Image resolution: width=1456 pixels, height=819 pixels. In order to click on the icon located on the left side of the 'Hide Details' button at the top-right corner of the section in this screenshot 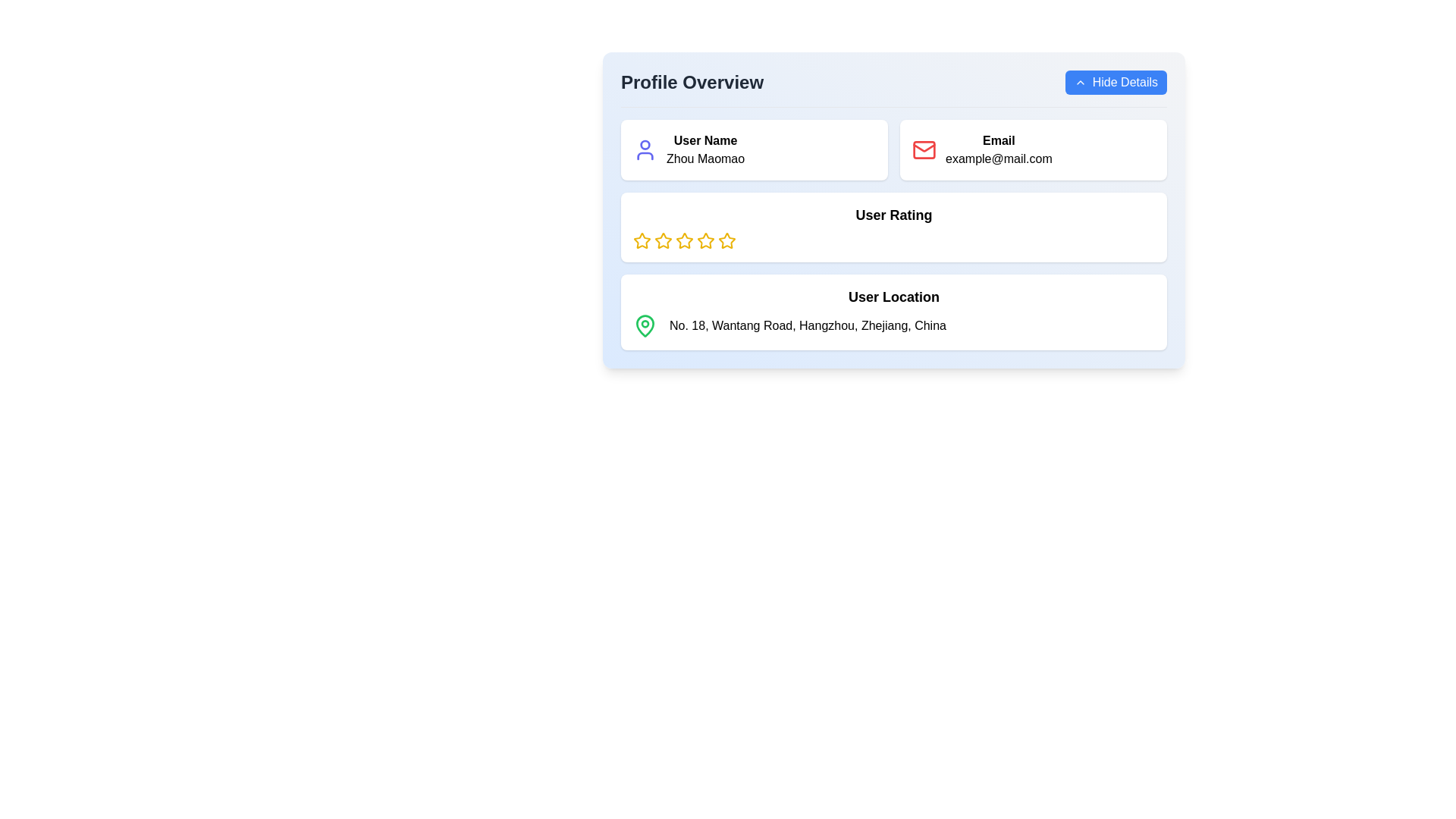, I will do `click(1079, 82)`.